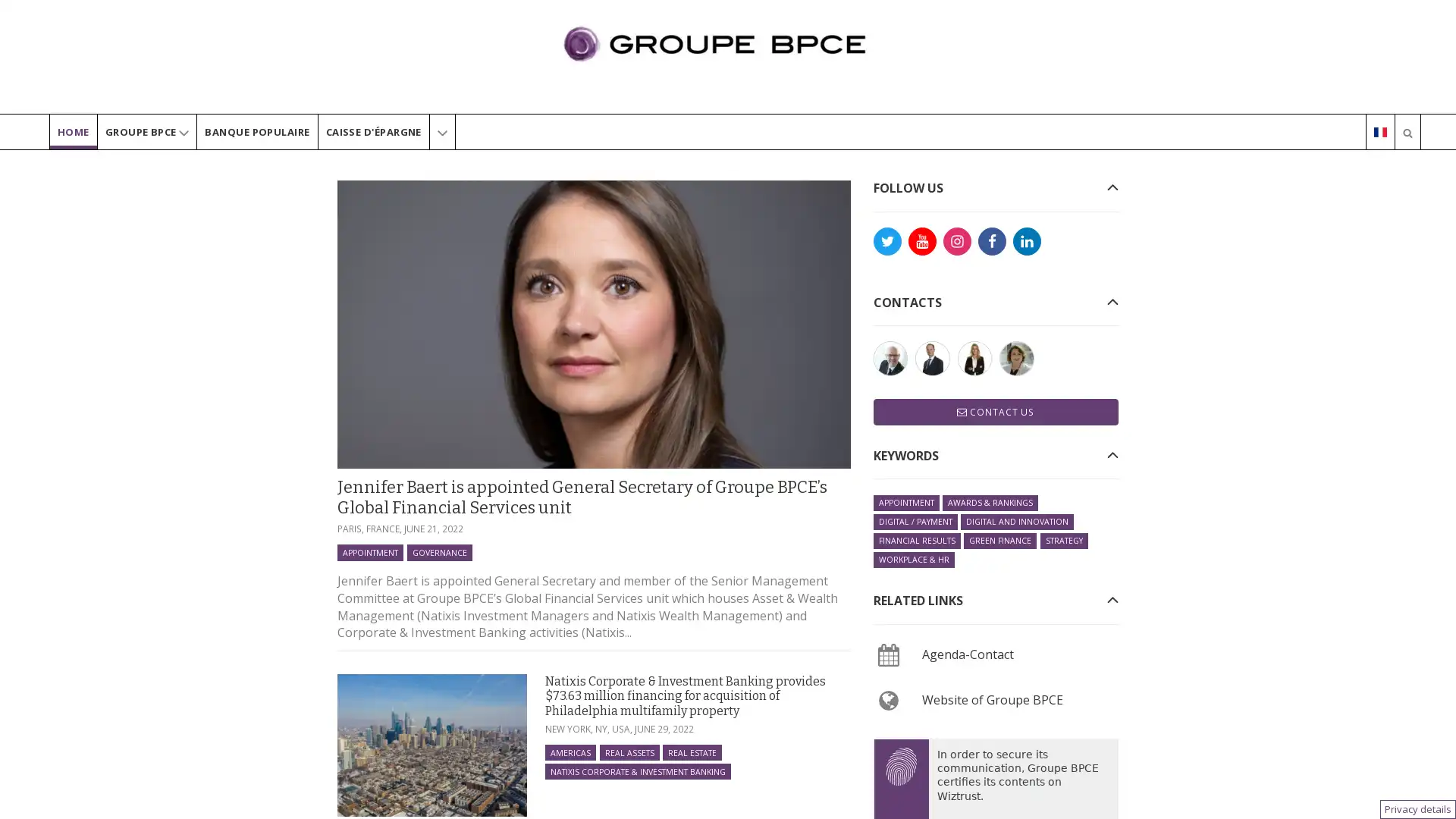 Image resolution: width=1456 pixels, height=819 pixels. I want to click on FOLLOW US, so click(907, 187).